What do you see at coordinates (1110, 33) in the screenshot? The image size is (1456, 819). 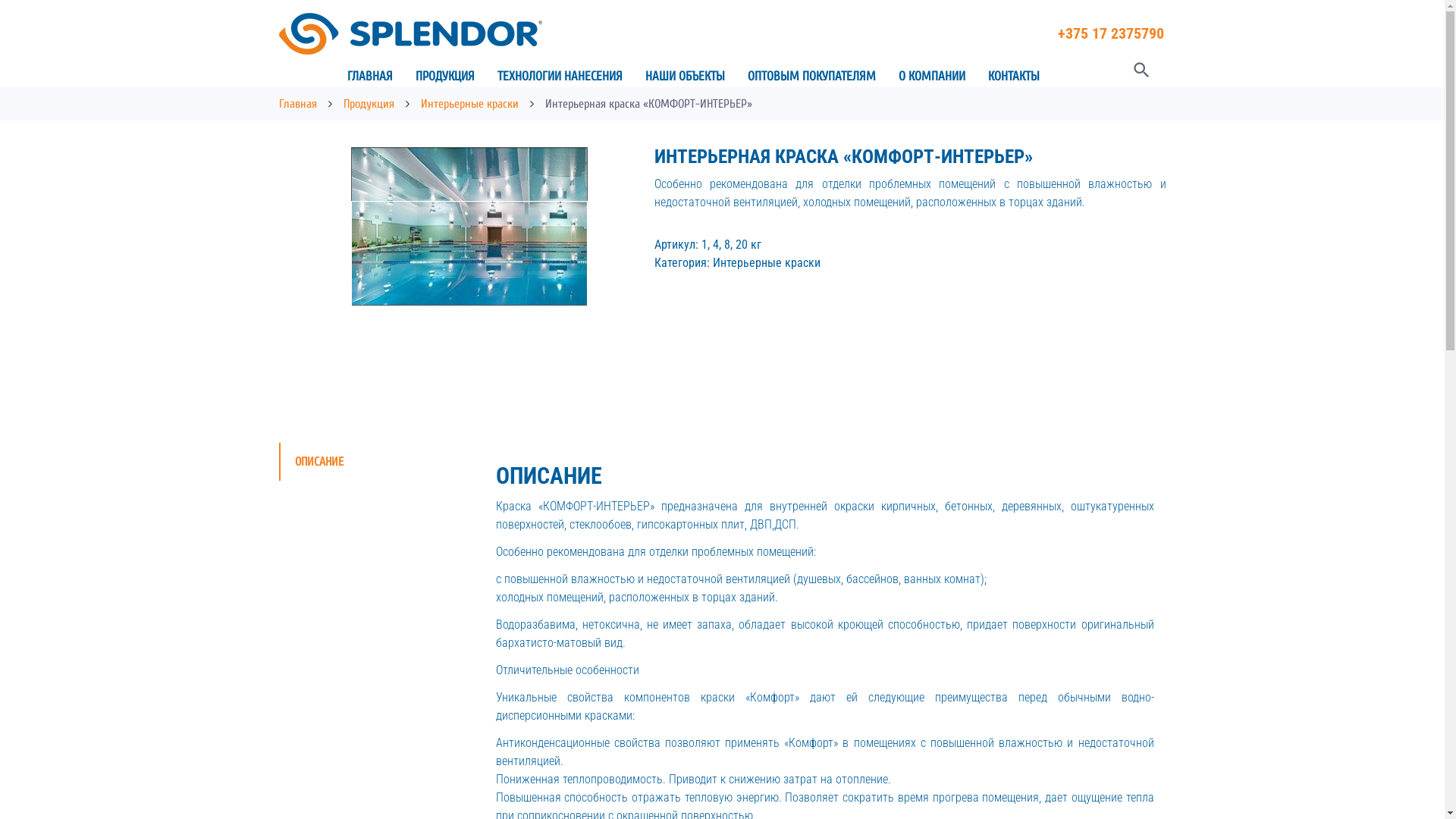 I see `'+375 17 2375790'` at bounding box center [1110, 33].